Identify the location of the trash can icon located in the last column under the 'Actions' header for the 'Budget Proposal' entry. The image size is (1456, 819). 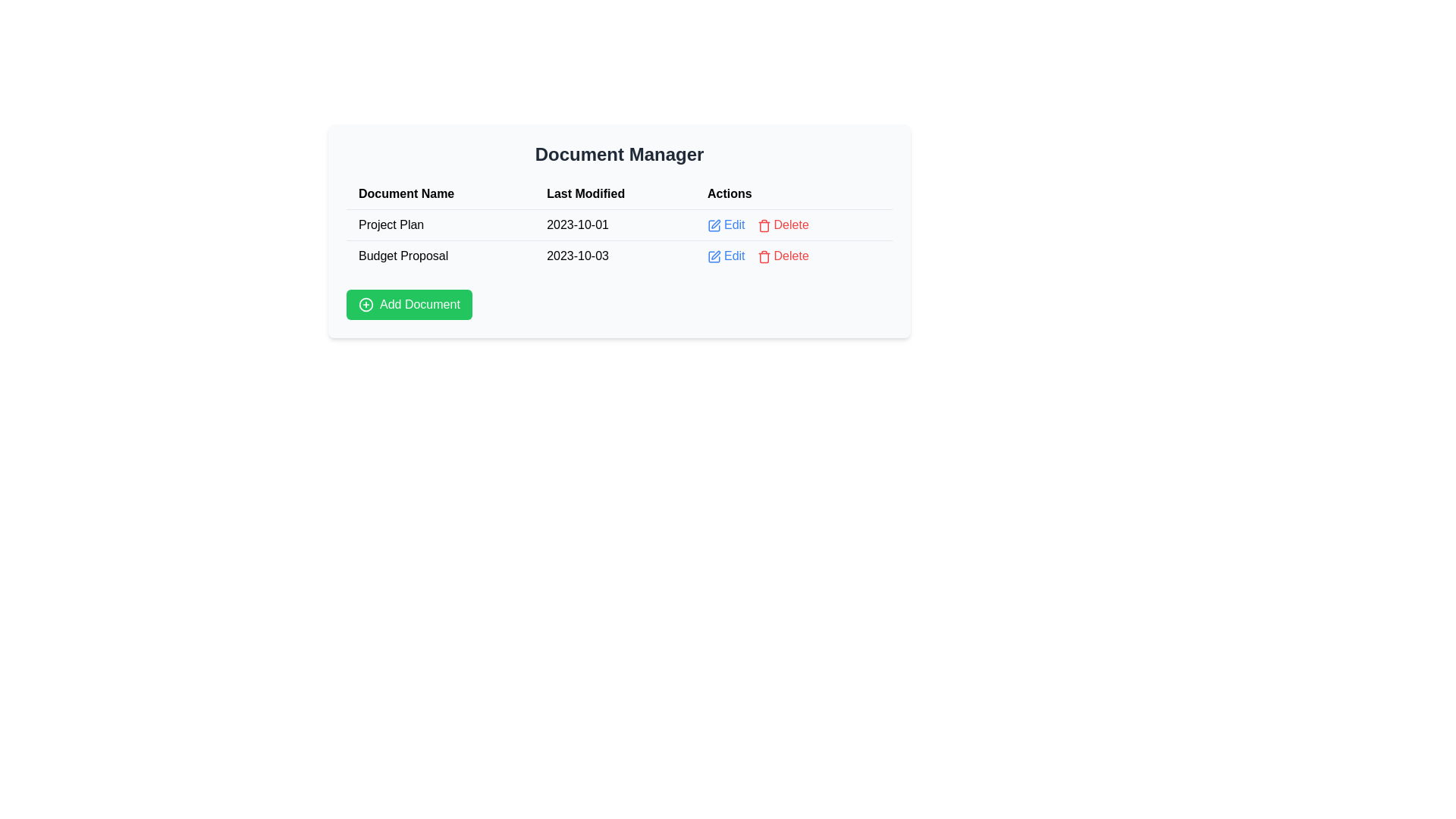
(764, 227).